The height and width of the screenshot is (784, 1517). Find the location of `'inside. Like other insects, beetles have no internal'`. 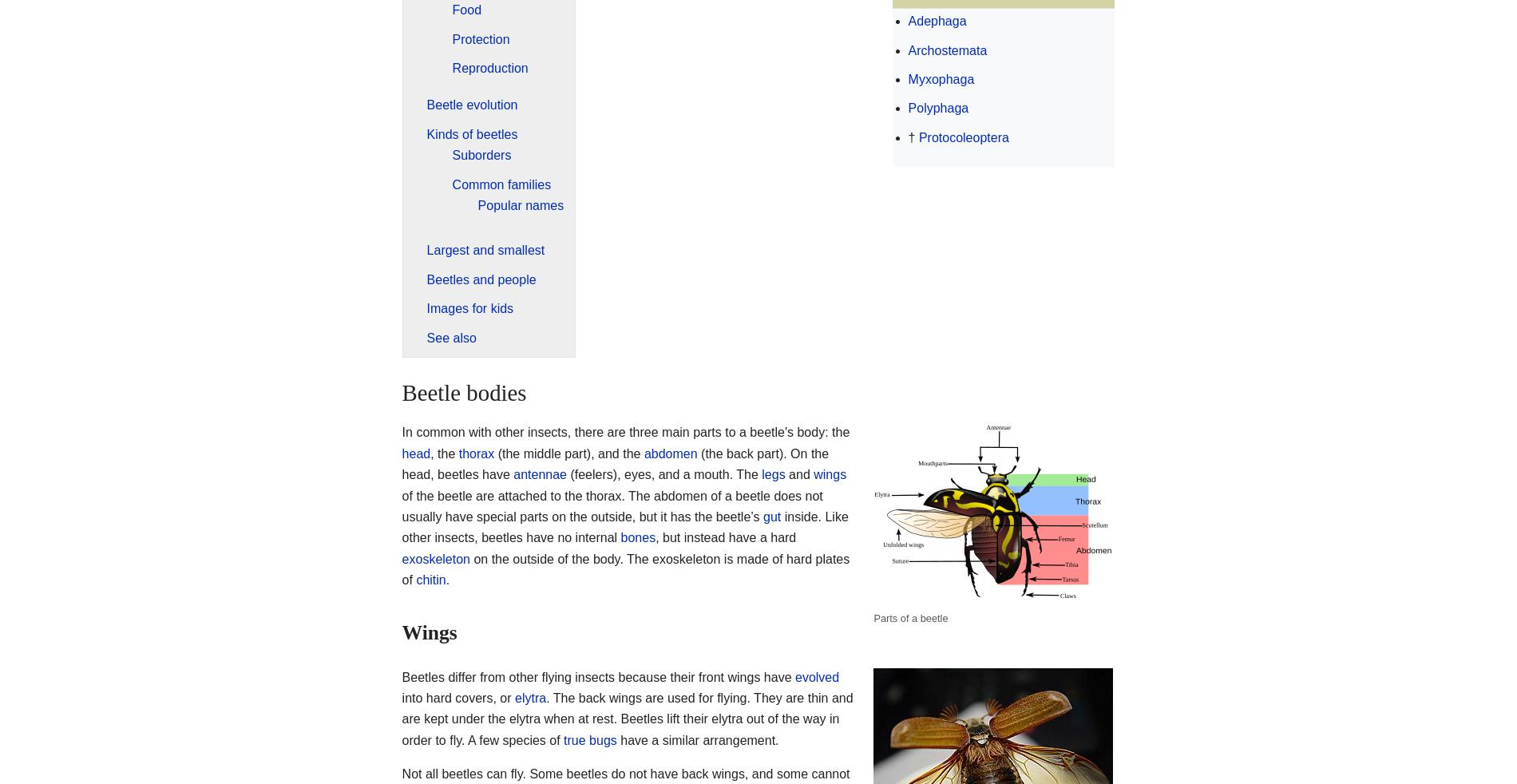

'inside. Like other insects, beetles have no internal' is located at coordinates (624, 526).